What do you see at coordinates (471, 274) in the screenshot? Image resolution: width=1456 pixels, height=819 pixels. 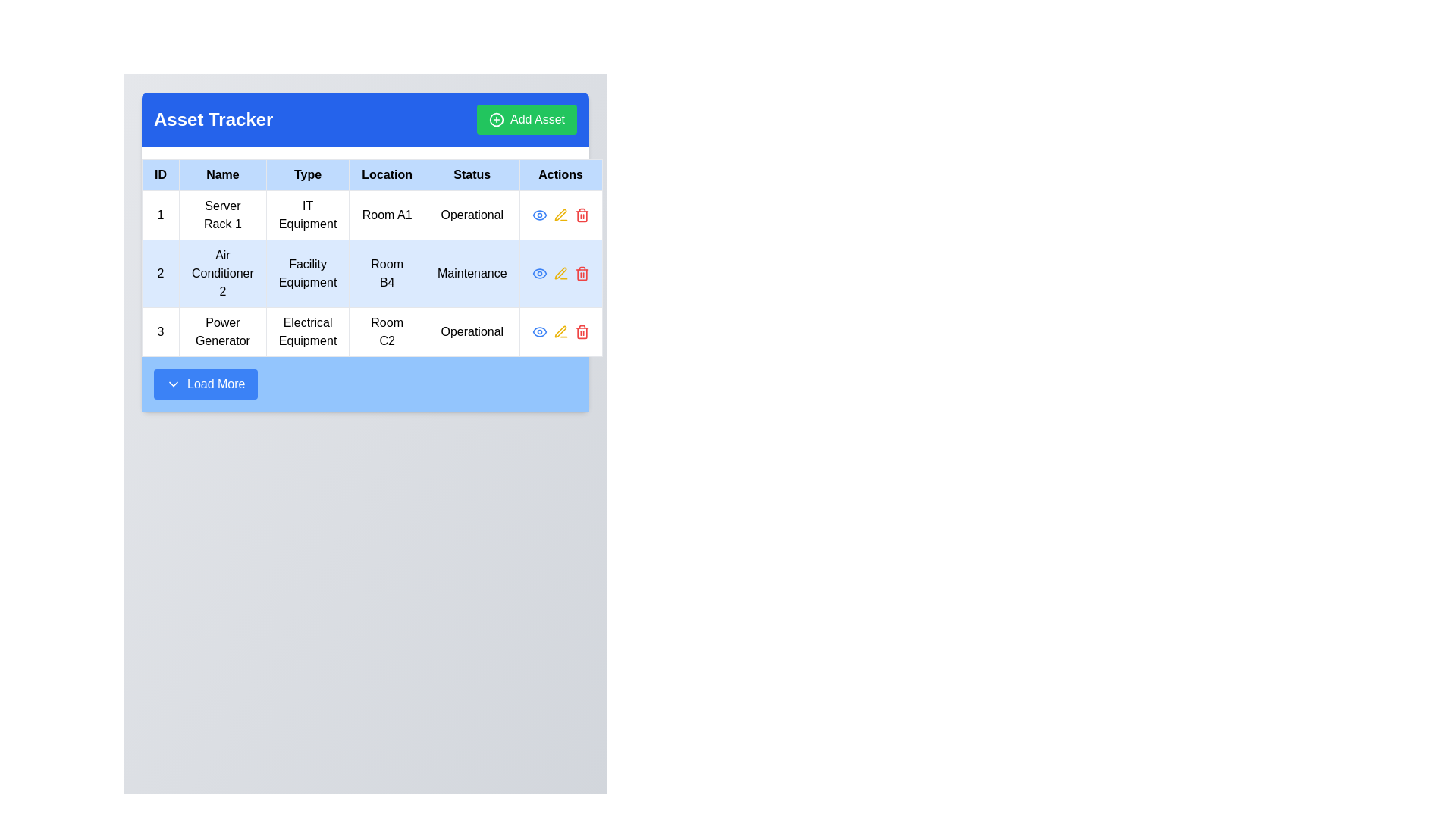 I see `the static label indicating the operational status of 'Air Conditioner 2' located in the second row of the 'Status' column` at bounding box center [471, 274].